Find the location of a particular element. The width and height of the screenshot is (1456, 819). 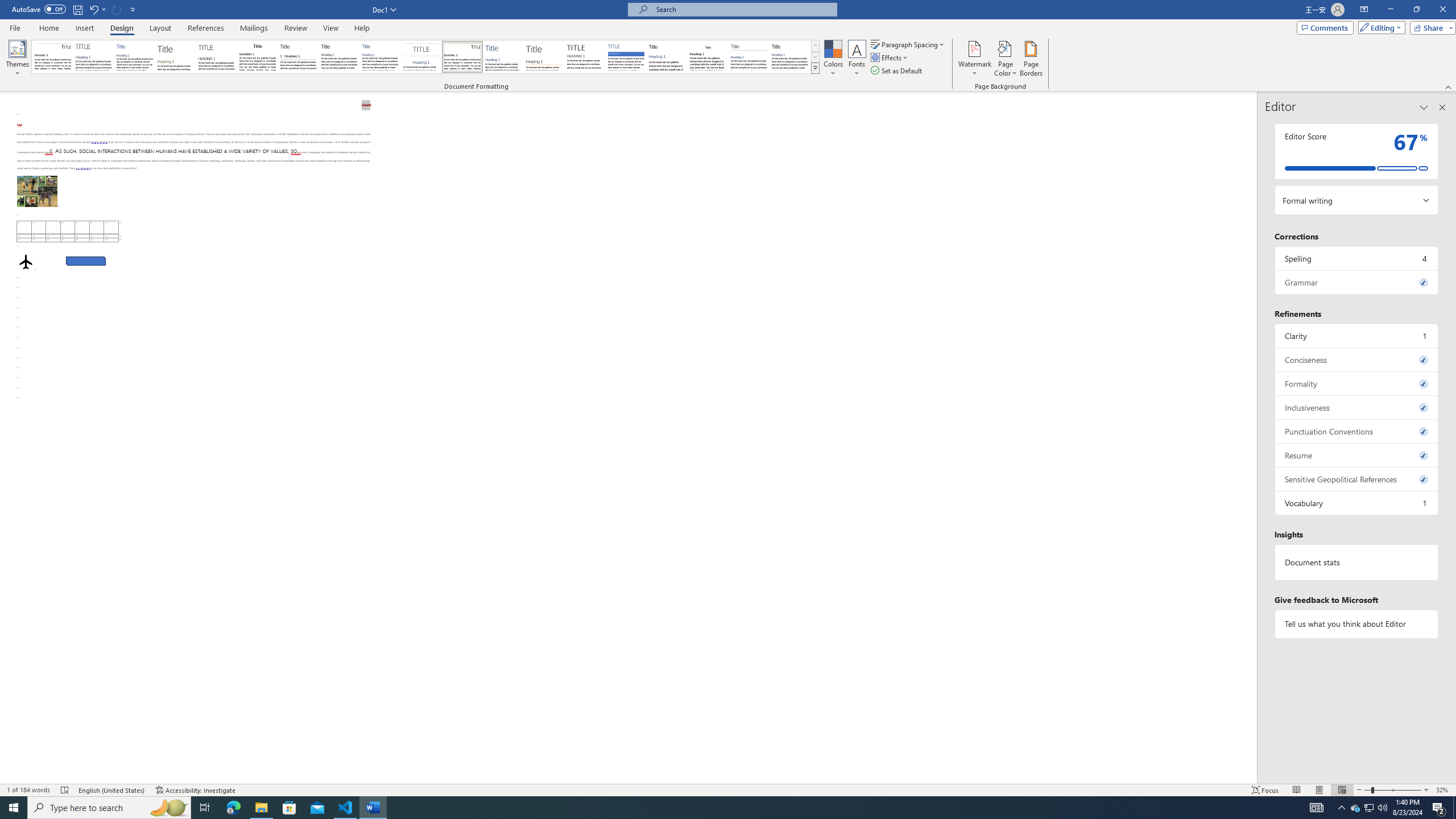

'Conciseness, 0 issues. Press space or enter to review items.' is located at coordinates (1356, 359).